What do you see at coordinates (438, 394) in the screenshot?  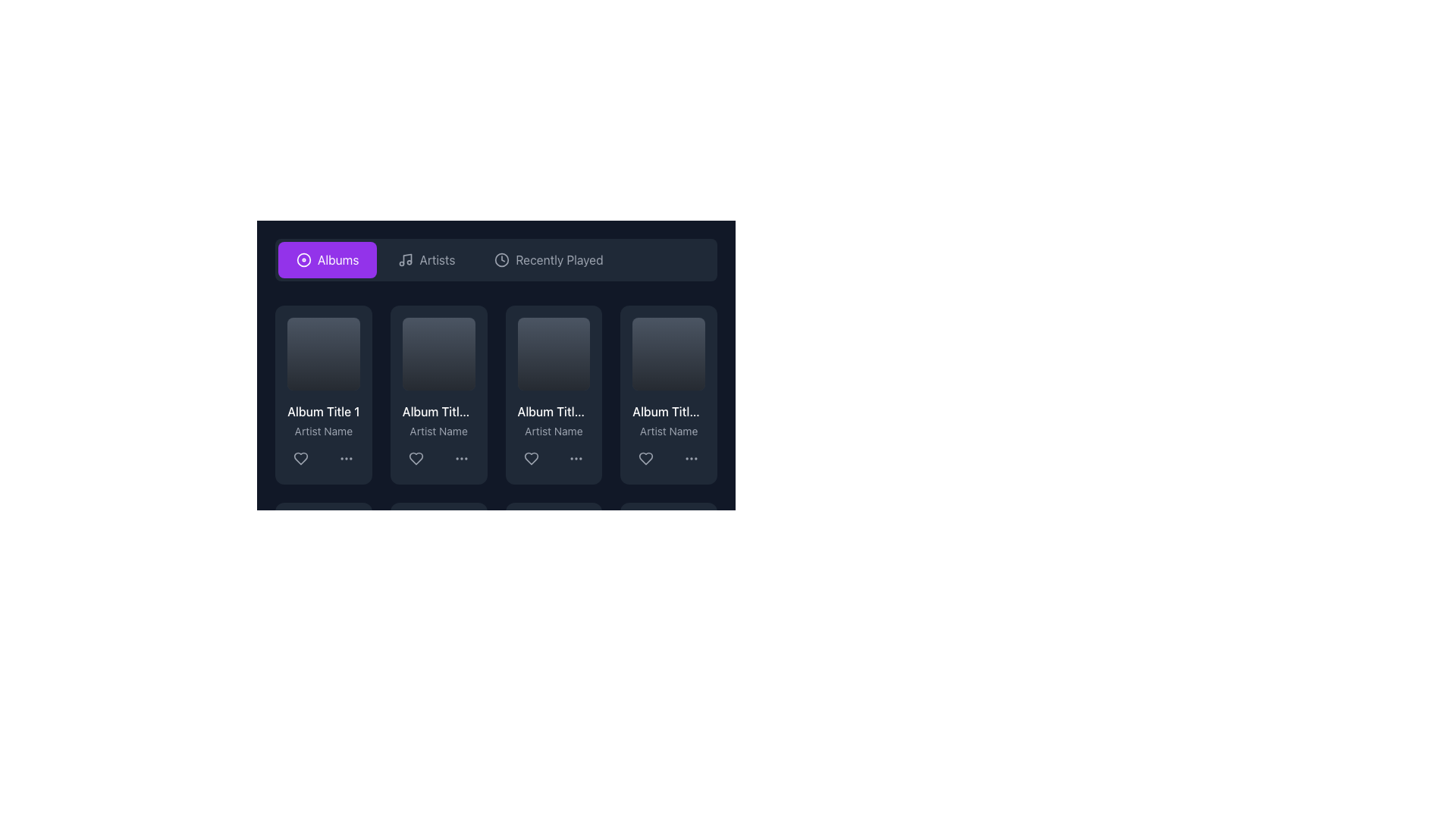 I see `the second album card in the grid` at bounding box center [438, 394].